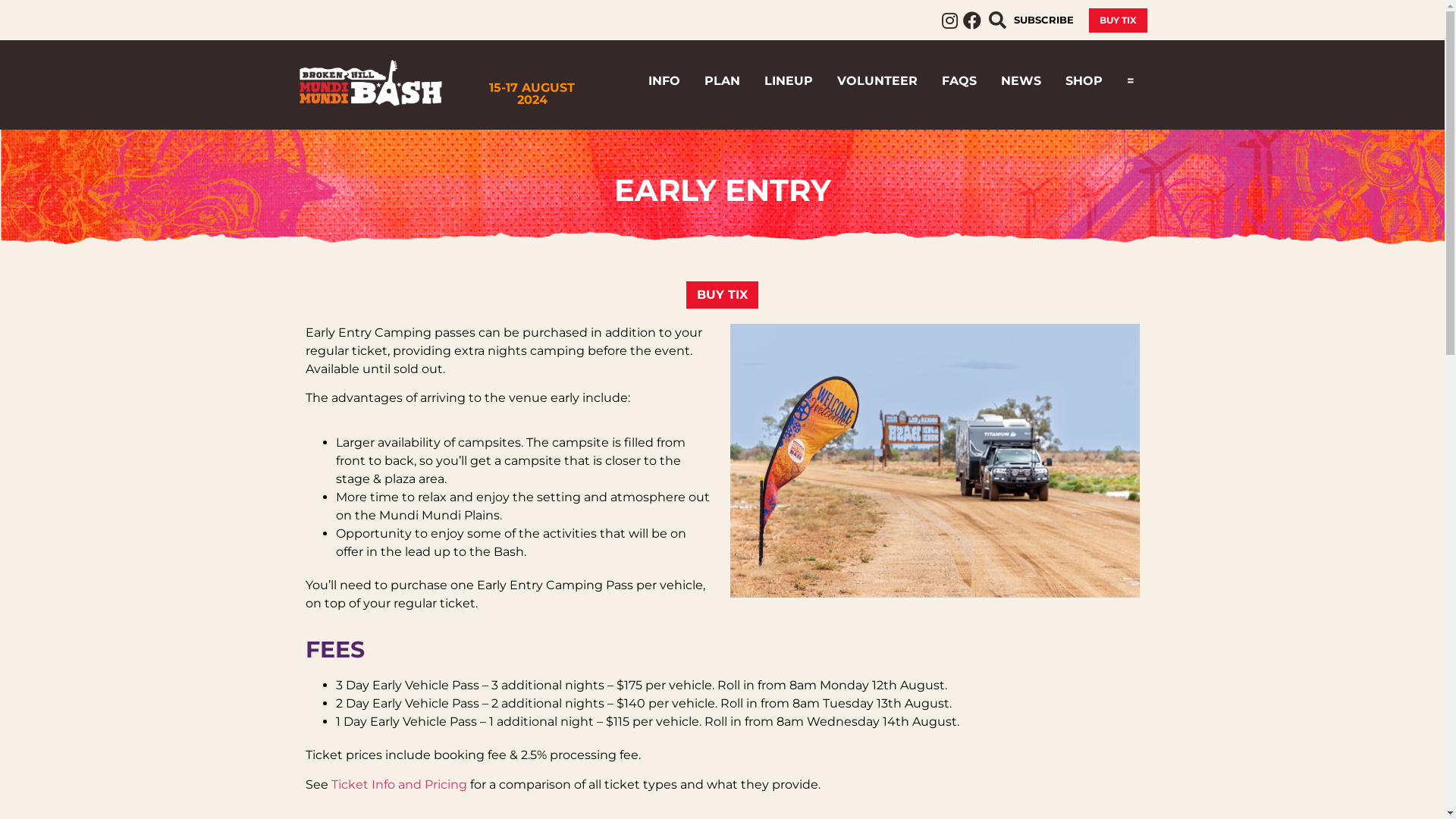 The image size is (1456, 819). What do you see at coordinates (721, 295) in the screenshot?
I see `'BUY TIX'` at bounding box center [721, 295].